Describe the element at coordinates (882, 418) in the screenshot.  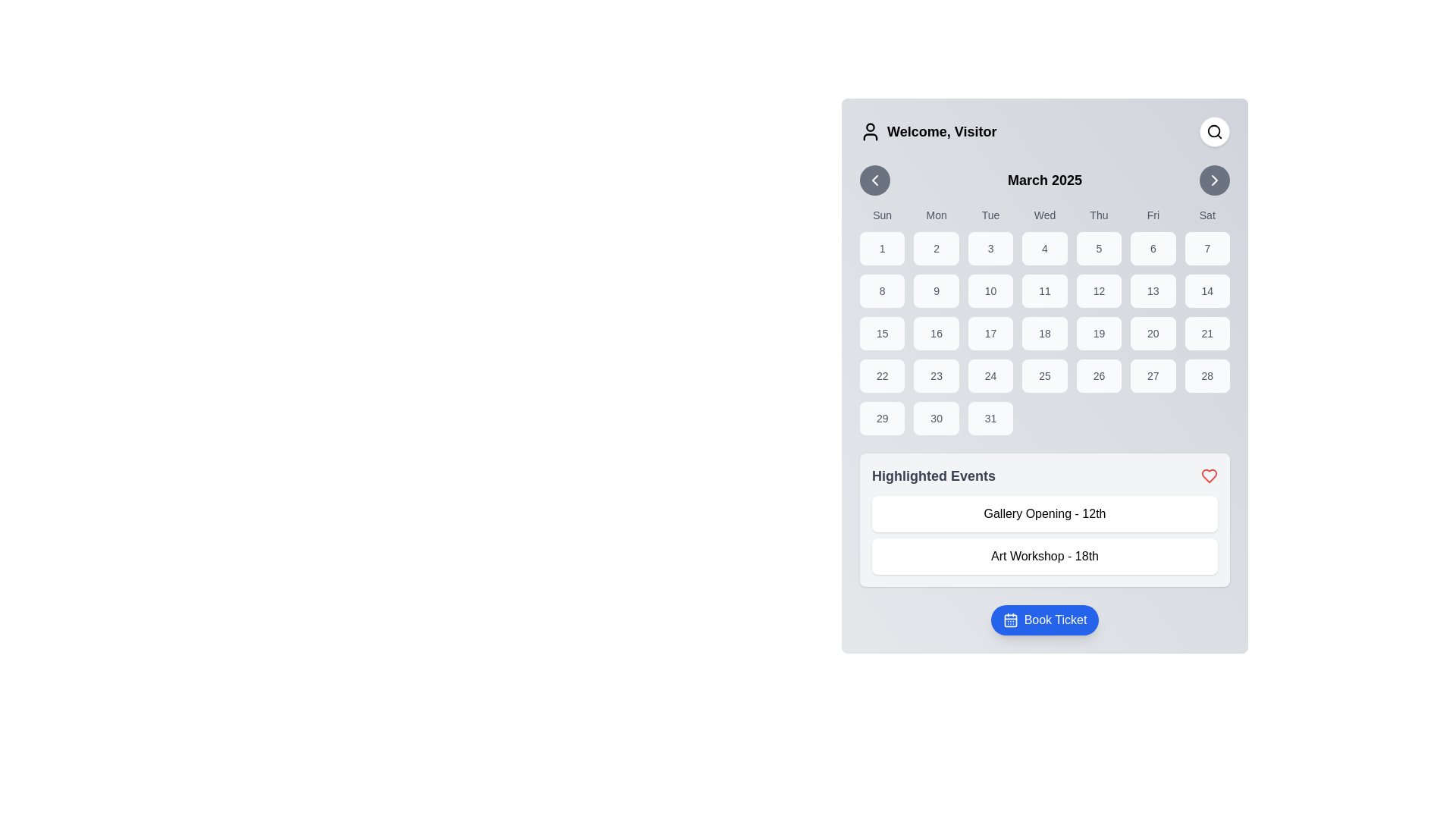
I see `the button representing the calendar day '29'` at that location.